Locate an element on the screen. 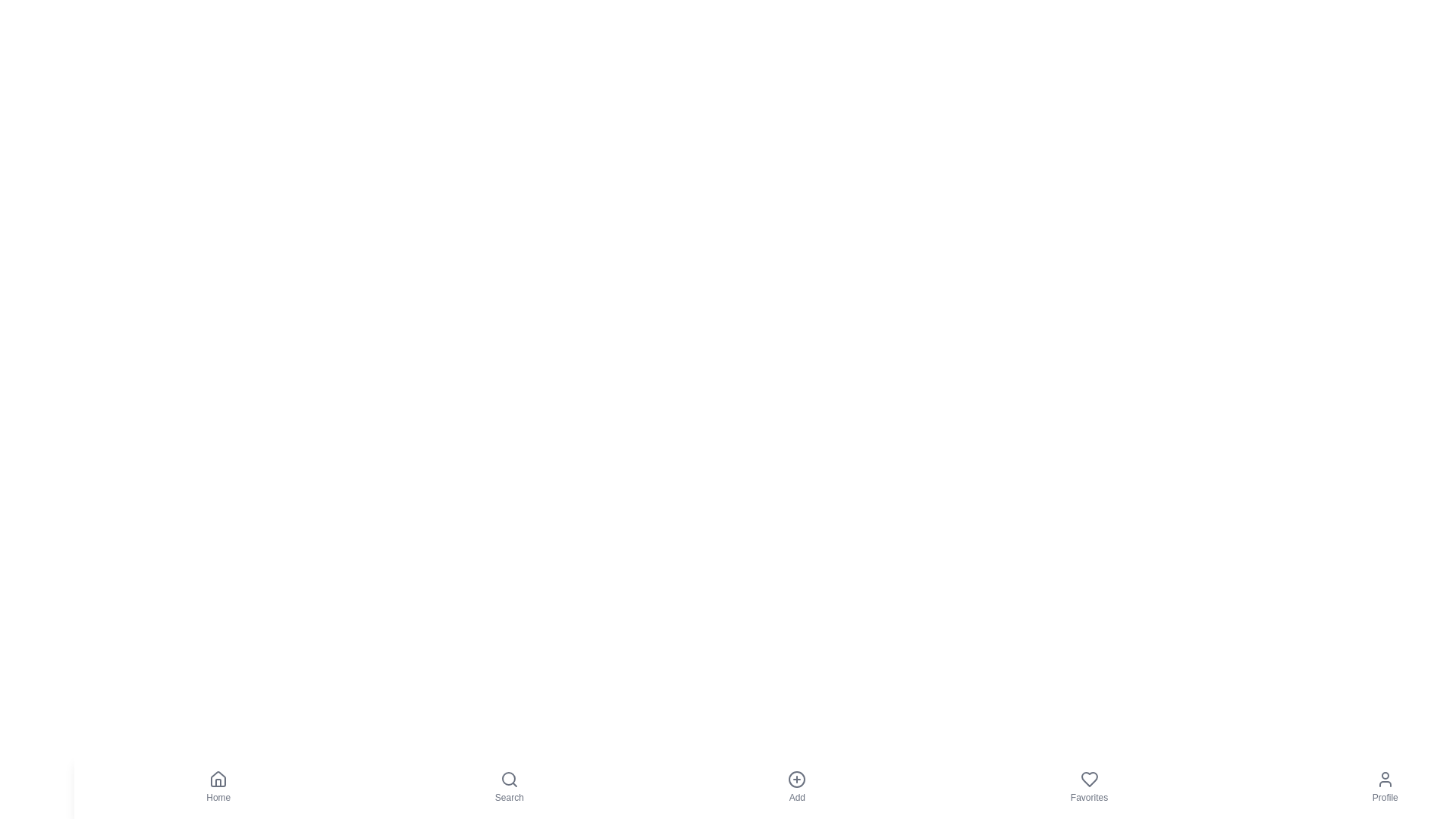 The height and width of the screenshot is (819, 1456). the 'Favorites' icon in the bottom navigation bar is located at coordinates (1088, 780).